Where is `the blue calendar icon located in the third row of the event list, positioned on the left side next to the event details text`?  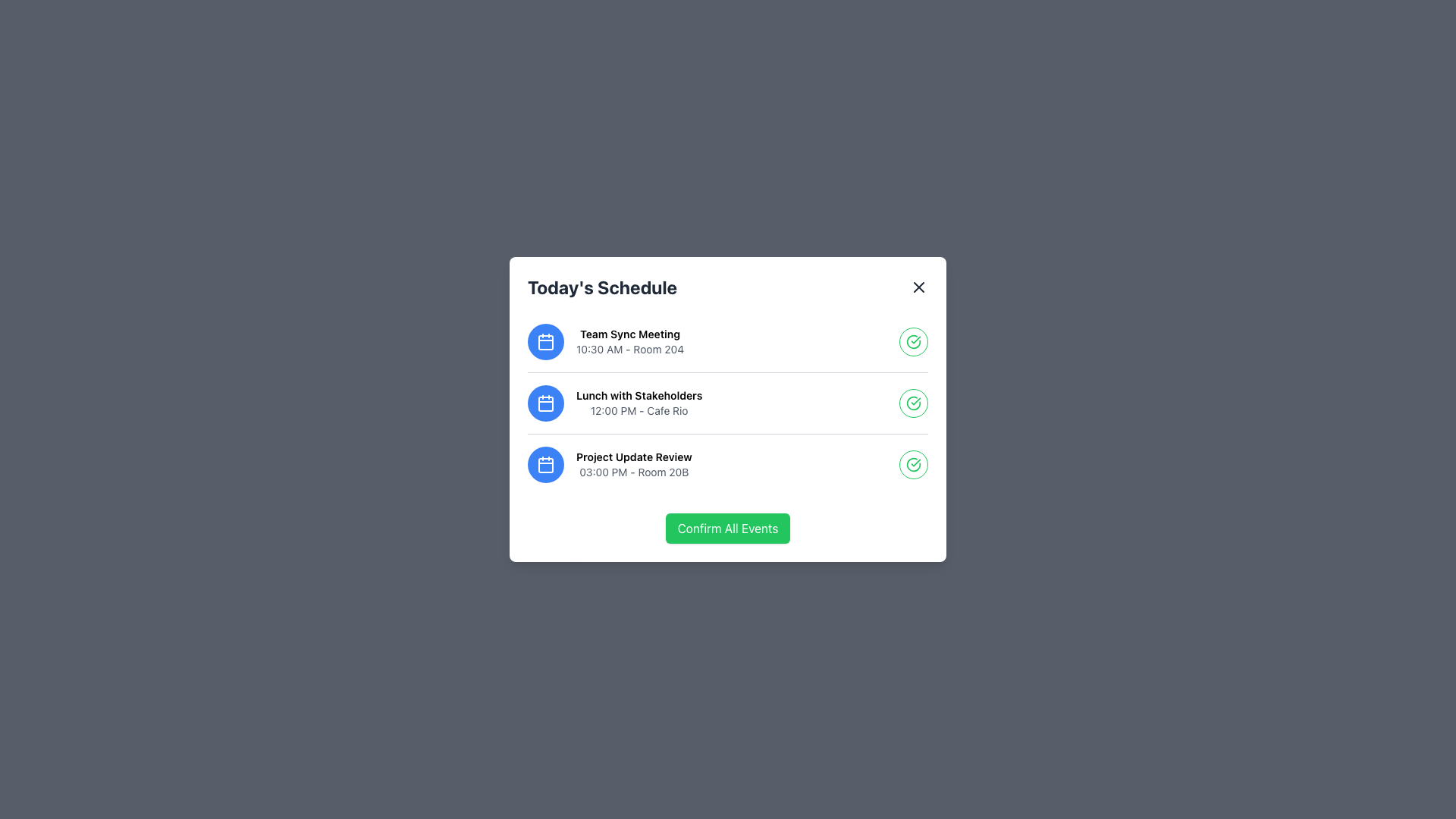 the blue calendar icon located in the third row of the event list, positioned on the left side next to the event details text is located at coordinates (546, 464).